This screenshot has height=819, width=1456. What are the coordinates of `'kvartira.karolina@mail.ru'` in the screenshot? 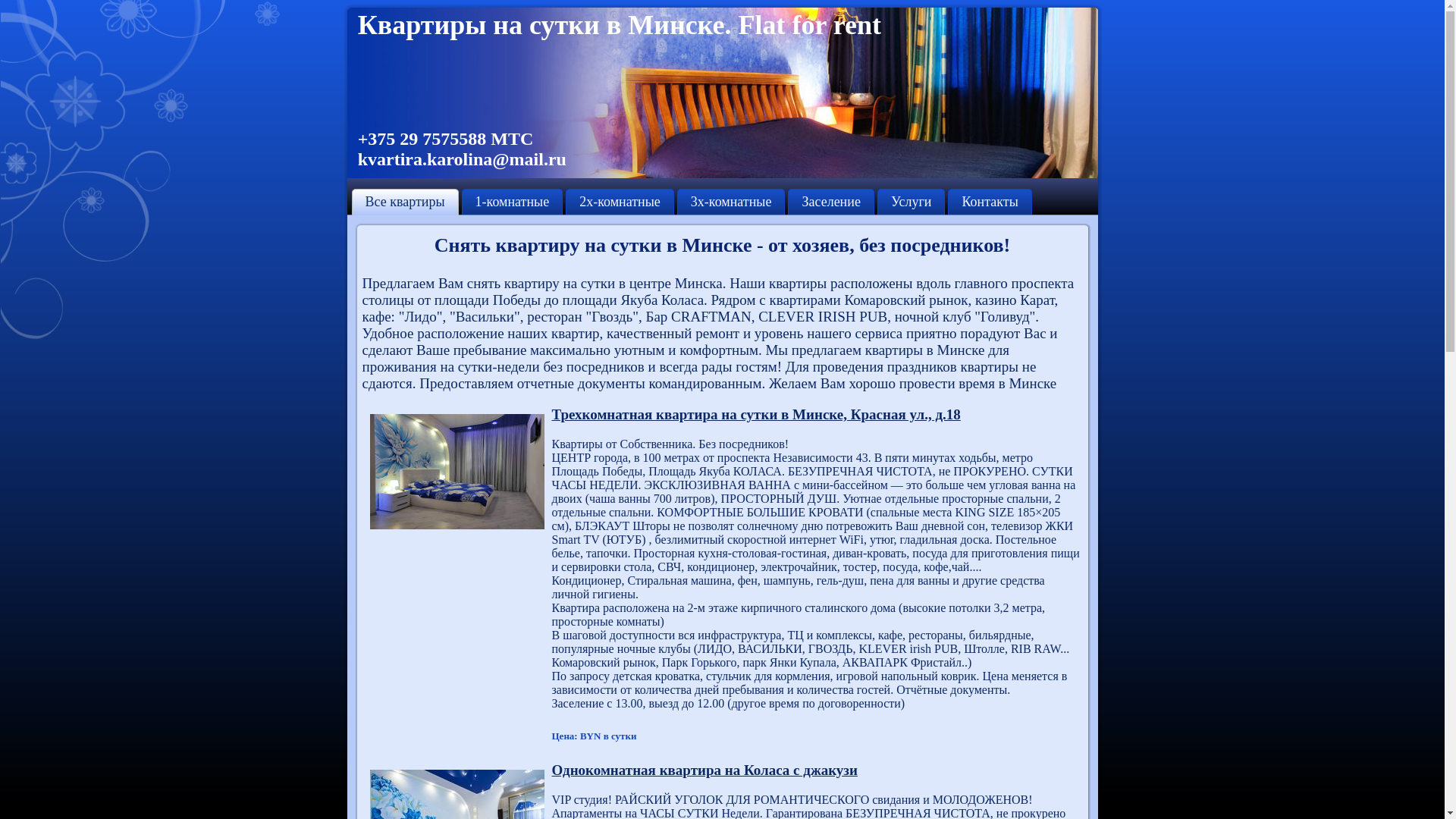 It's located at (356, 158).